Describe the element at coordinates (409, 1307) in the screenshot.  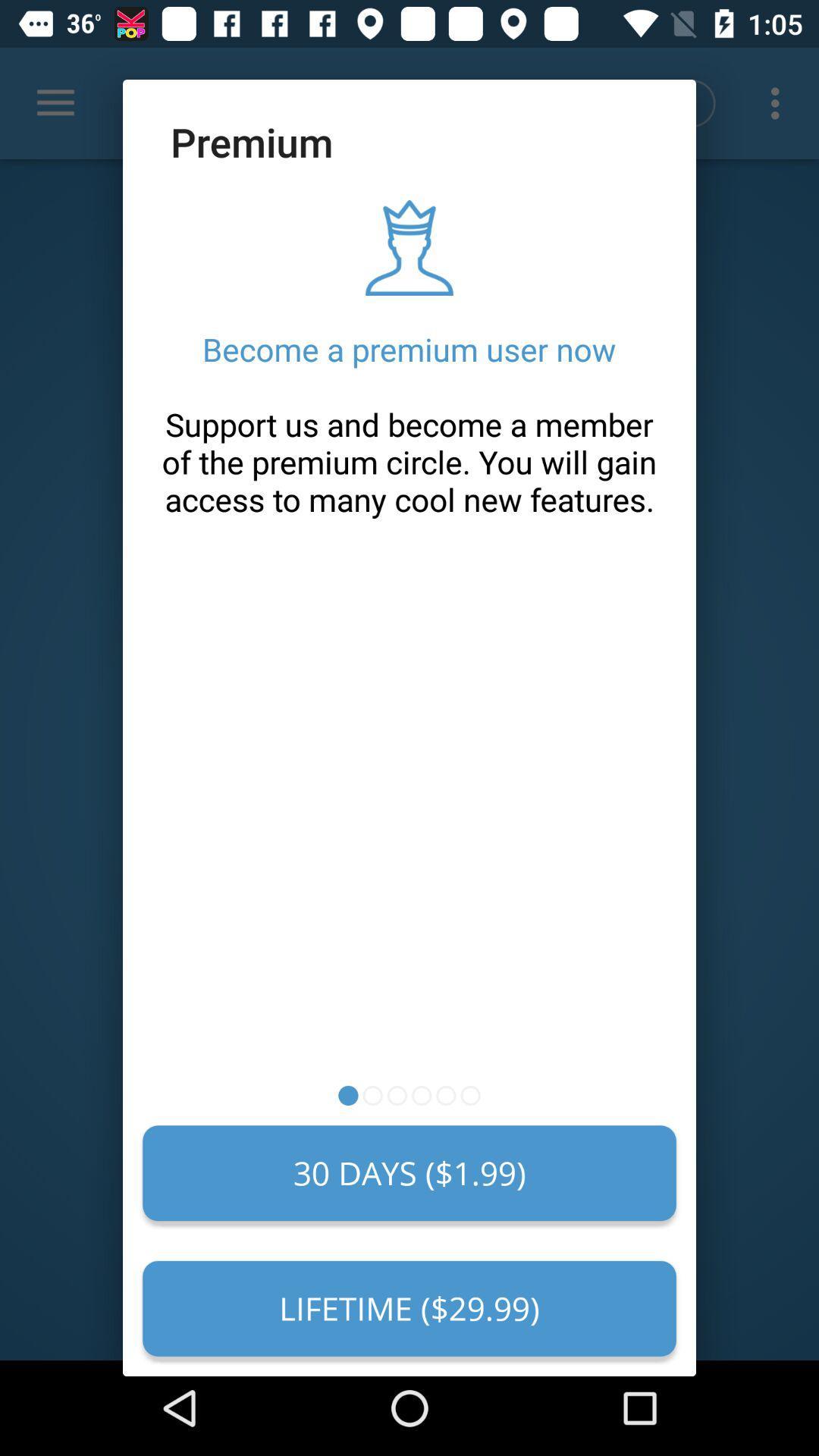
I see `lifetime ($29.99)` at that location.